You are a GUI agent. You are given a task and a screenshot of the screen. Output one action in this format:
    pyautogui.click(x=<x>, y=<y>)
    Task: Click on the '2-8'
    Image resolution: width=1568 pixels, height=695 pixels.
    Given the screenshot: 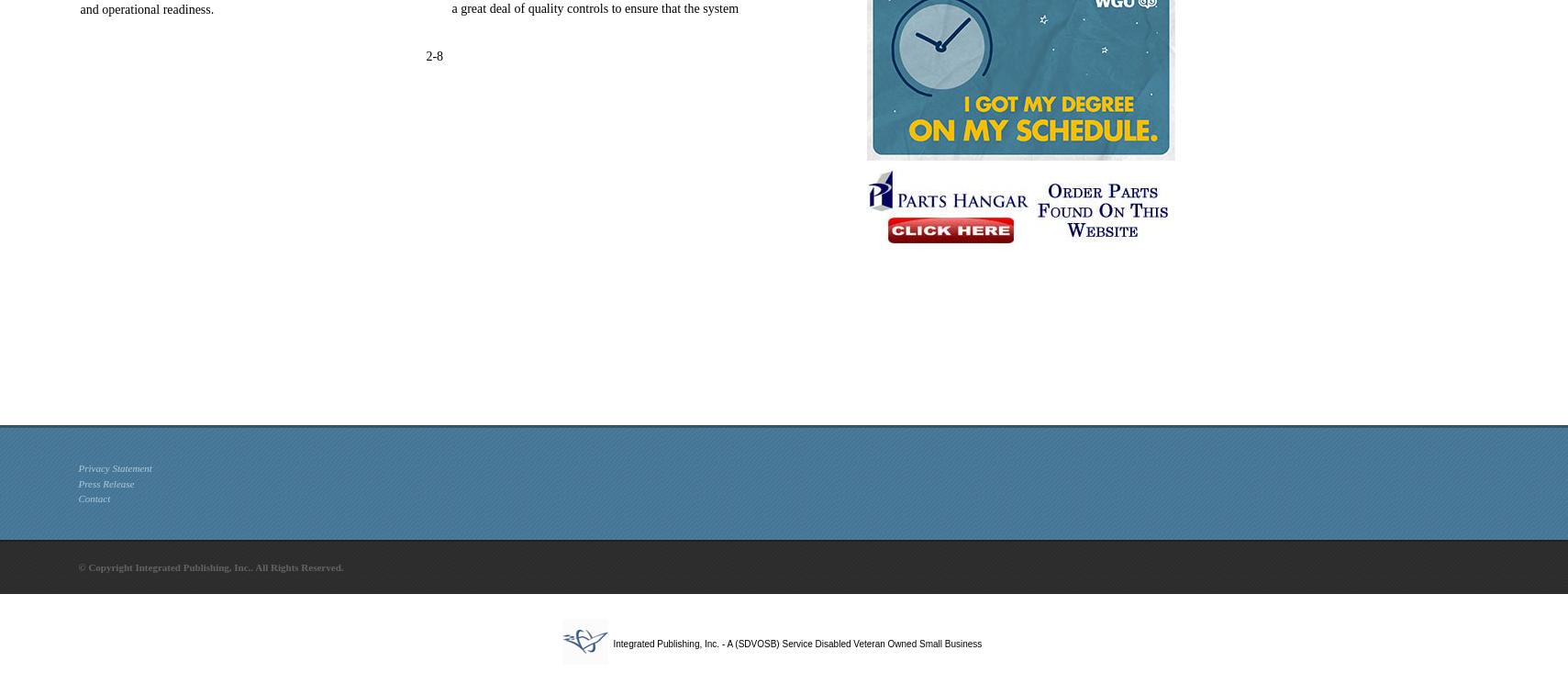 What is the action you would take?
    pyautogui.click(x=433, y=55)
    